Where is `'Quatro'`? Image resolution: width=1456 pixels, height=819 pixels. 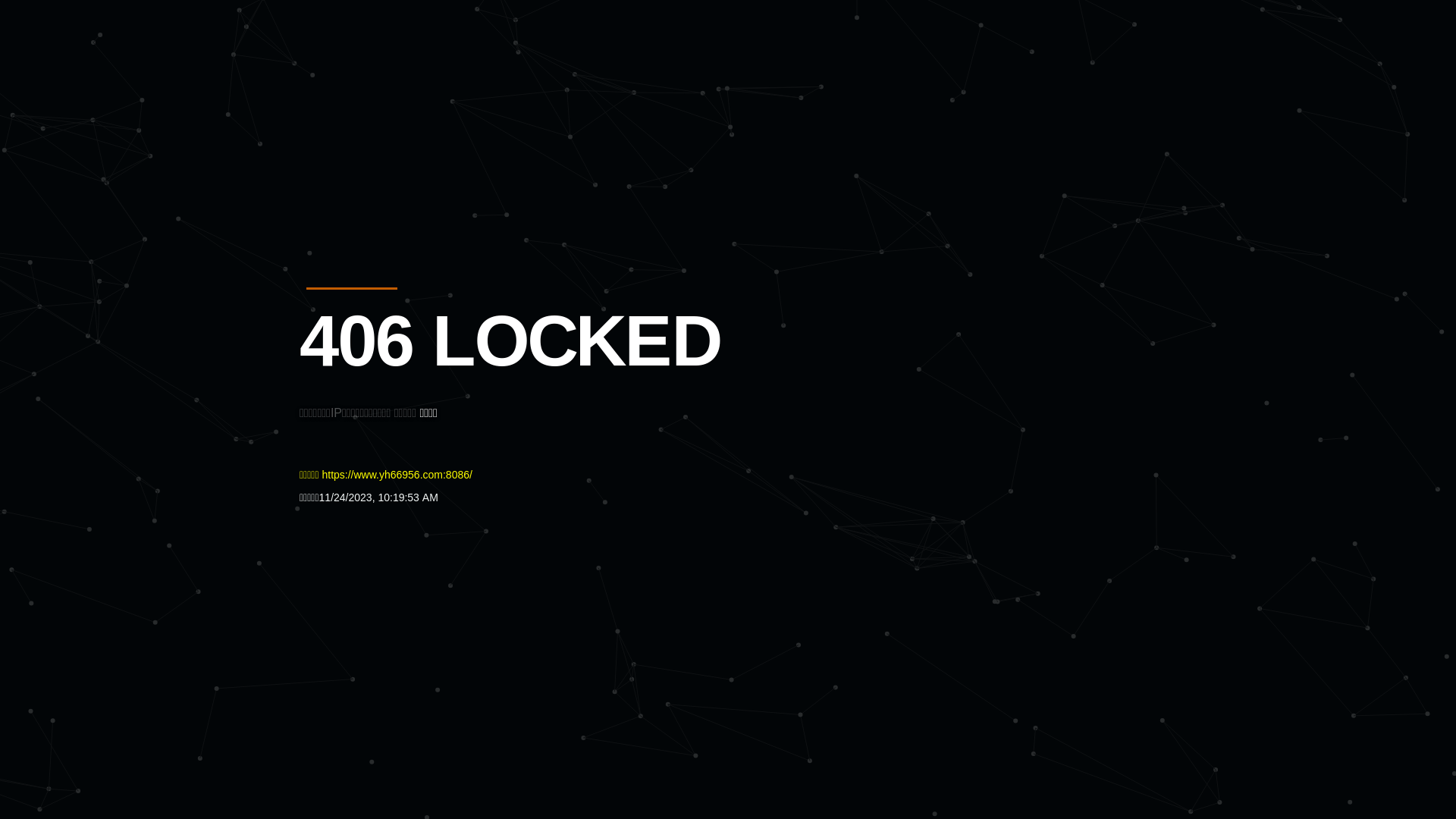
'Quatro' is located at coordinates (411, 86).